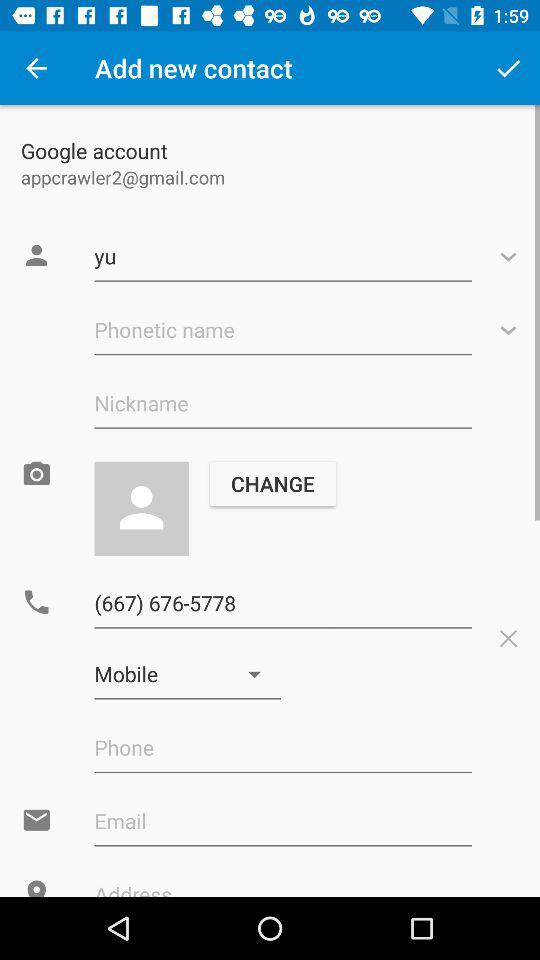 This screenshot has width=540, height=960. Describe the element at coordinates (36, 886) in the screenshot. I see `the icon to the left of address` at that location.